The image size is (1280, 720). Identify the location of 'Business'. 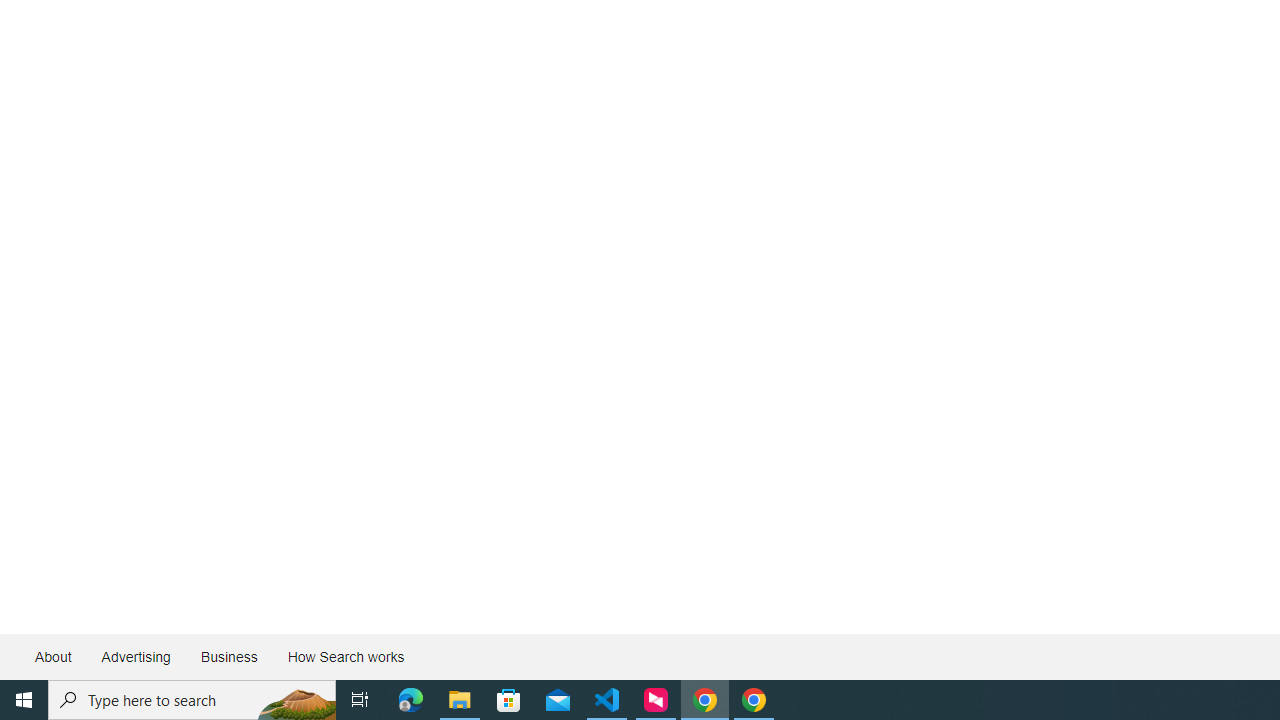
(229, 657).